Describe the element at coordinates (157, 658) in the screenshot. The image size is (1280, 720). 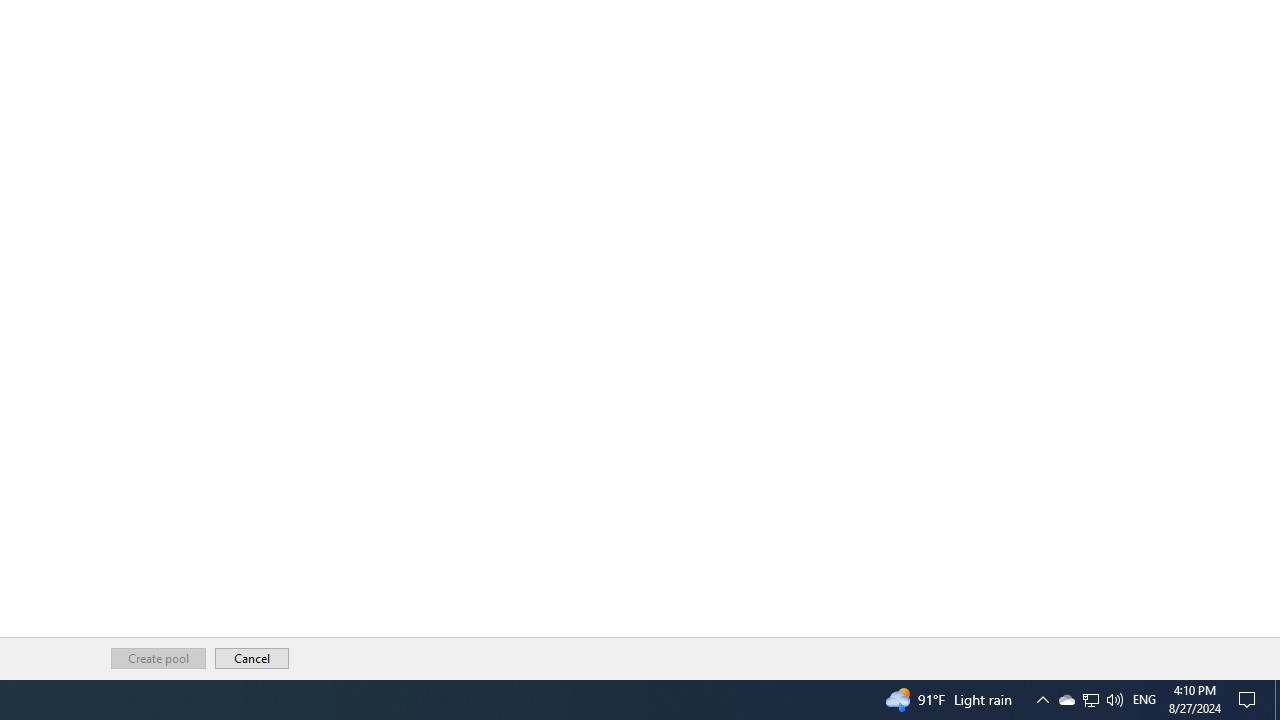
I see `'Create pool'` at that location.